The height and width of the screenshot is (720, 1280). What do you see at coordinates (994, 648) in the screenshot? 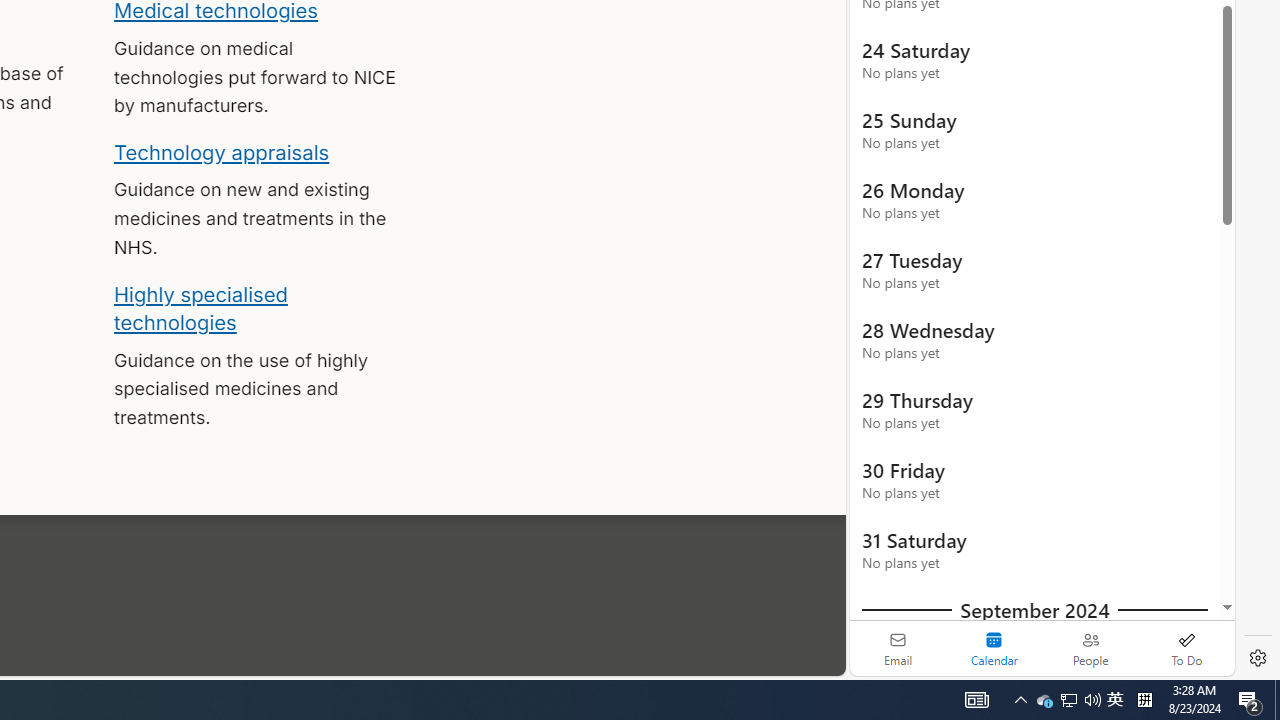
I see `'Selected calendar module. Date today is 22'` at bounding box center [994, 648].